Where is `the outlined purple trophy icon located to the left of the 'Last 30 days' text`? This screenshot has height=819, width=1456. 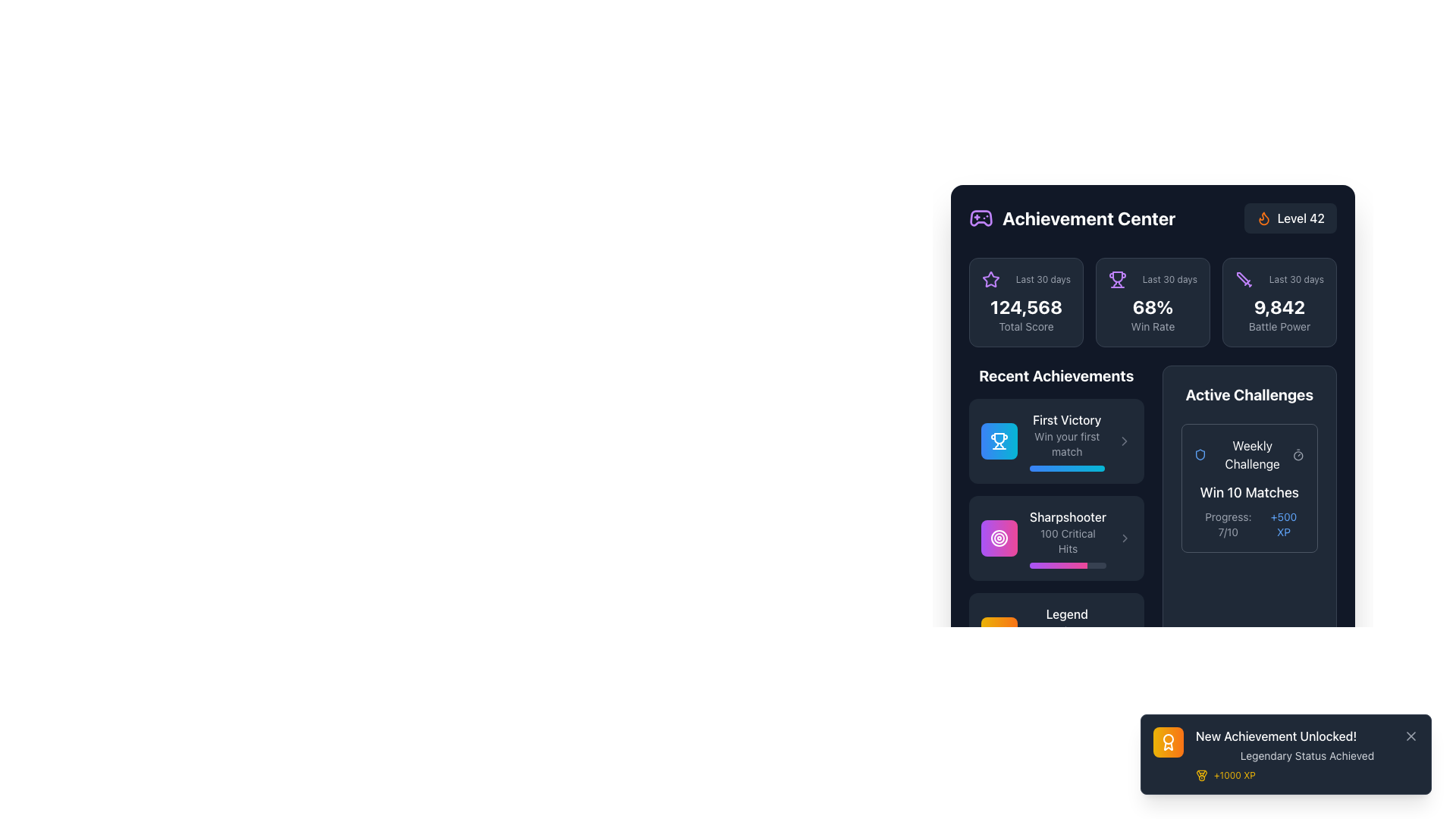
the outlined purple trophy icon located to the left of the 'Last 30 days' text is located at coordinates (1117, 280).